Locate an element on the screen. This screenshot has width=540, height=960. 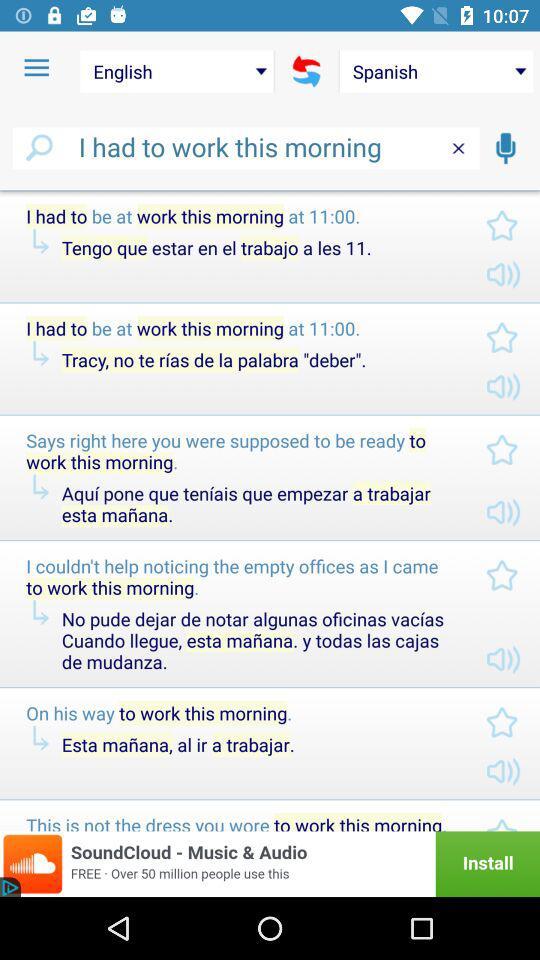
the close icon is located at coordinates (458, 147).